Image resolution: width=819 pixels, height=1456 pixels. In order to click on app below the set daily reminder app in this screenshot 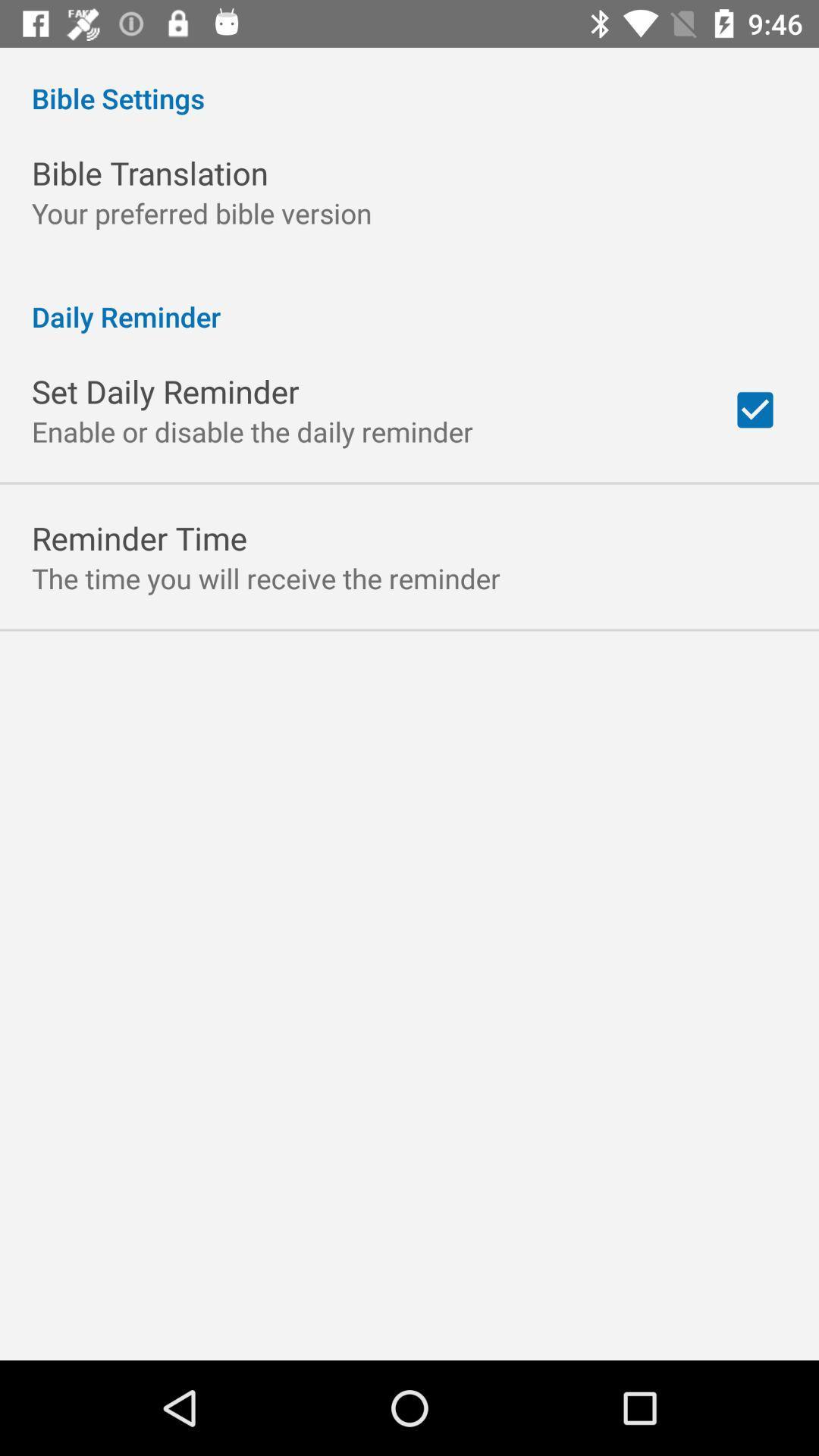, I will do `click(251, 431)`.